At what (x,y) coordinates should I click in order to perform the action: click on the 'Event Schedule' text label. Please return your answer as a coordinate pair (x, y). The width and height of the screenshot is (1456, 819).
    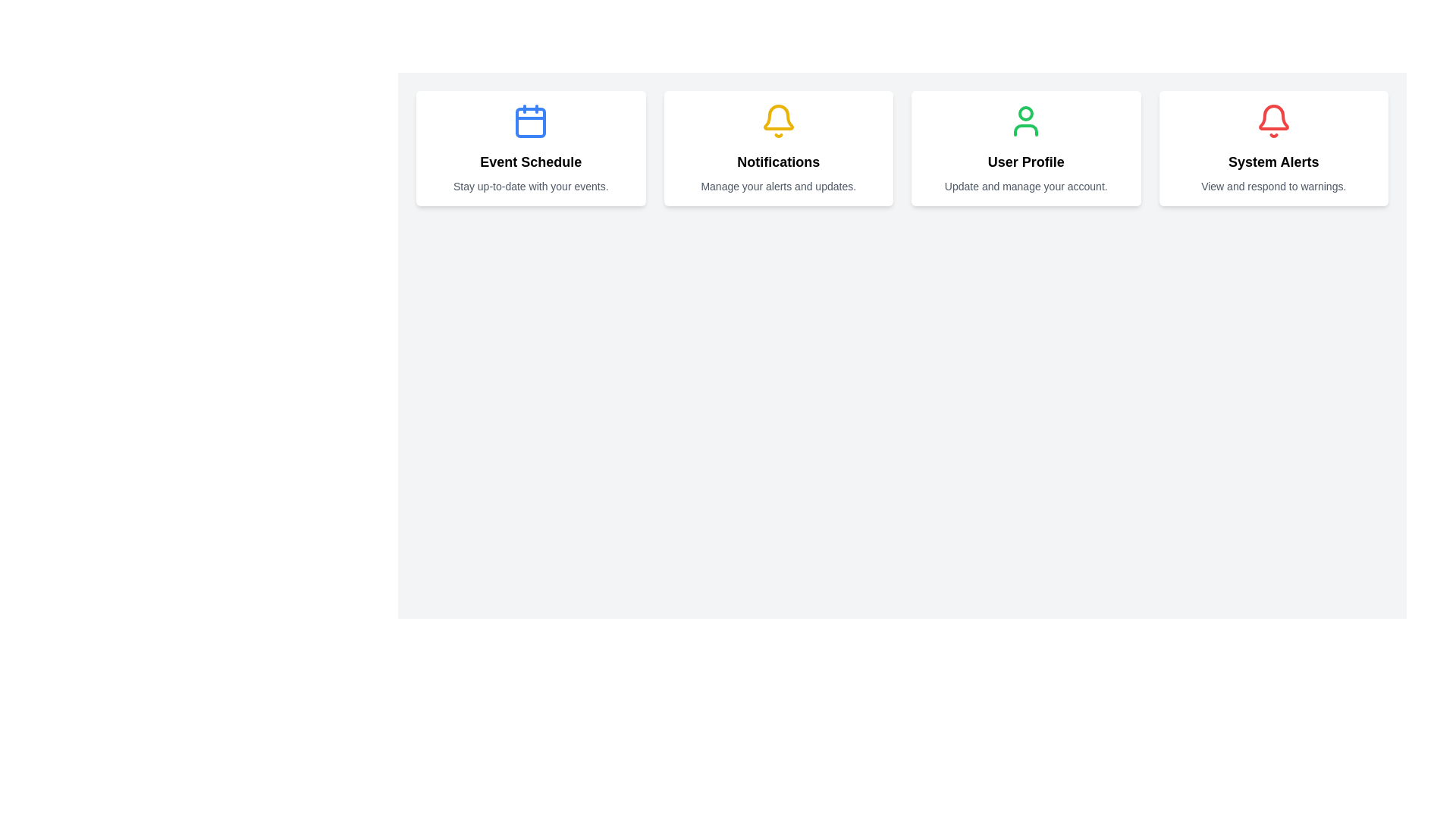
    Looking at the image, I should click on (531, 162).